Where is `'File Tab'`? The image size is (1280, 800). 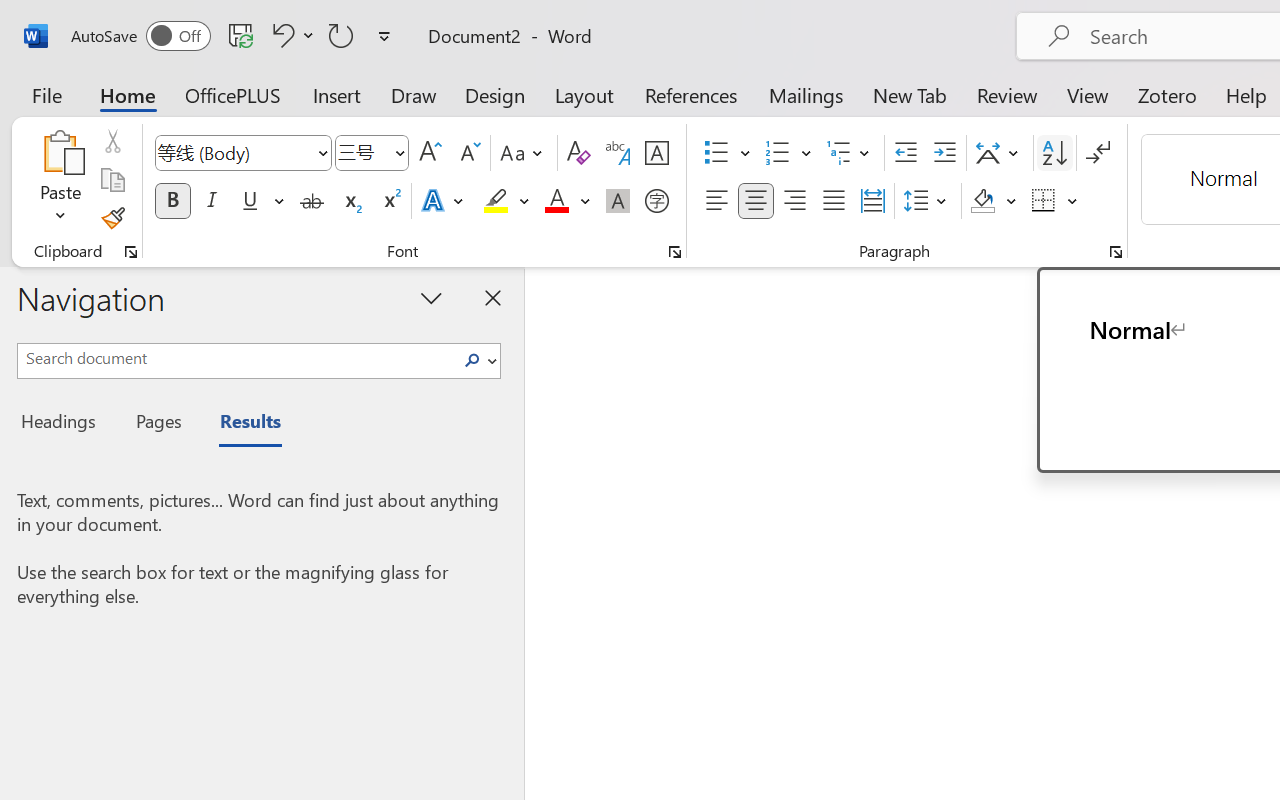
'File Tab' is located at coordinates (46, 94).